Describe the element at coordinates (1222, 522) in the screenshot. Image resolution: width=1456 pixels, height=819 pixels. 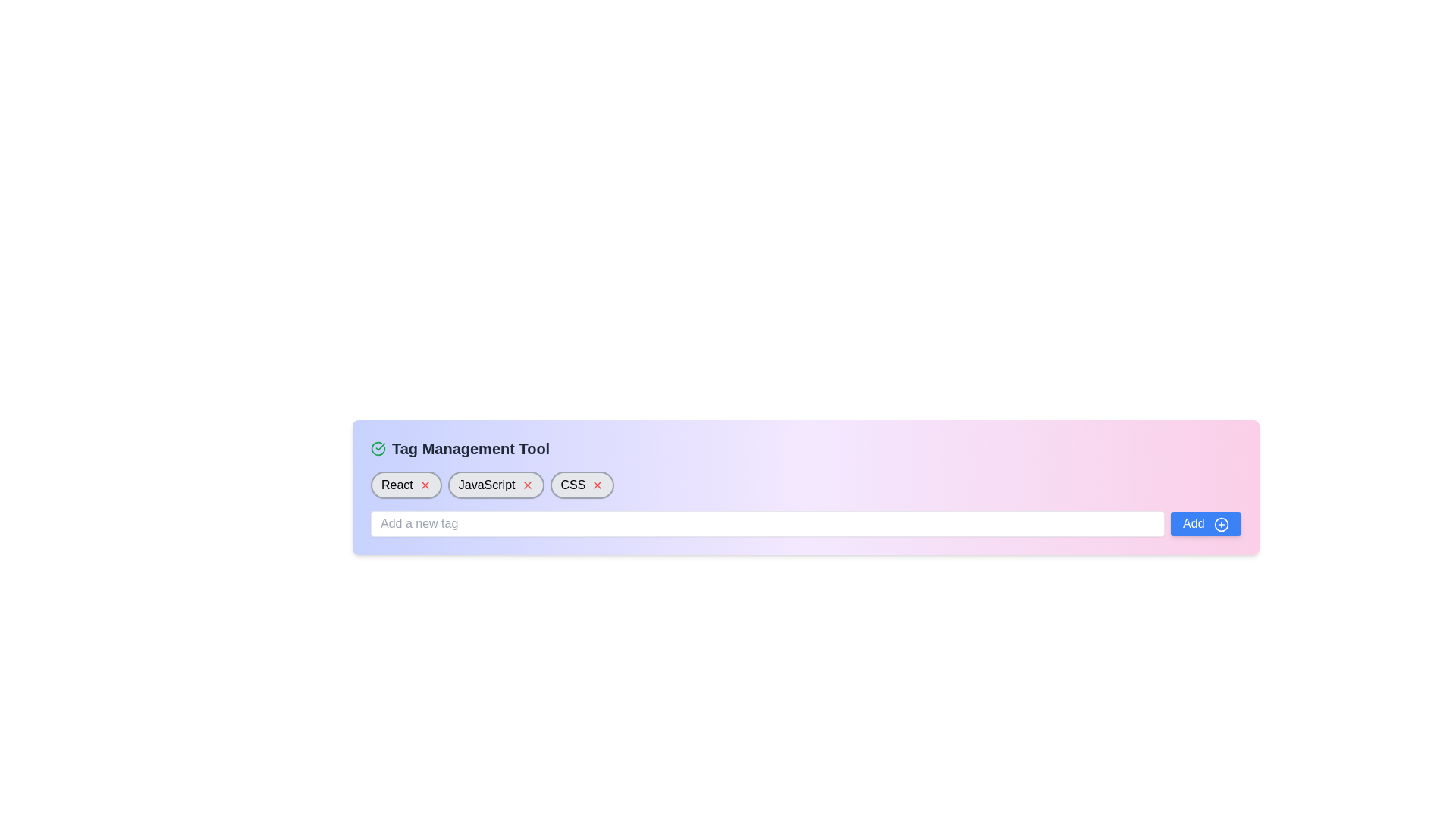
I see `the small circular icon button with a blue background and a plus sign, located immediately to the right of the 'Add' button` at that location.